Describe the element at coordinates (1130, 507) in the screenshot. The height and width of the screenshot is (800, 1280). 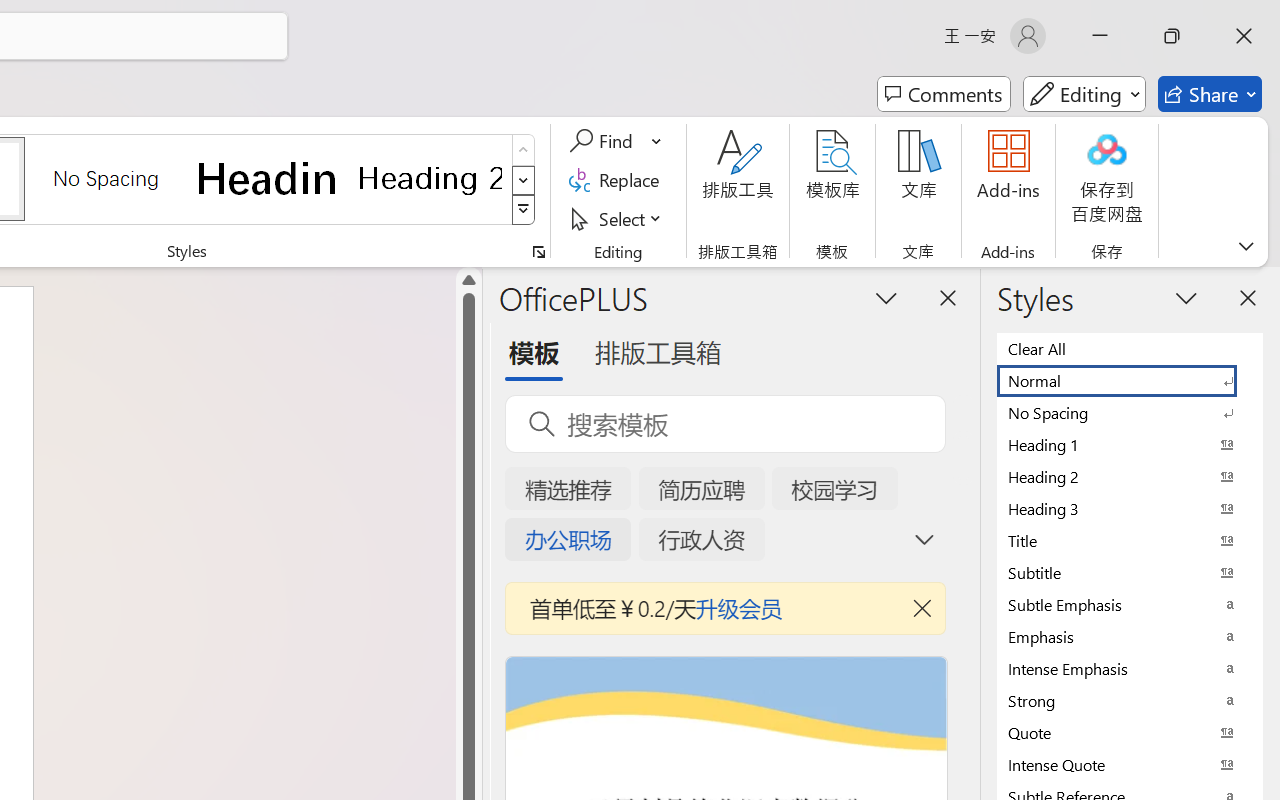
I see `'Heading 3'` at that location.